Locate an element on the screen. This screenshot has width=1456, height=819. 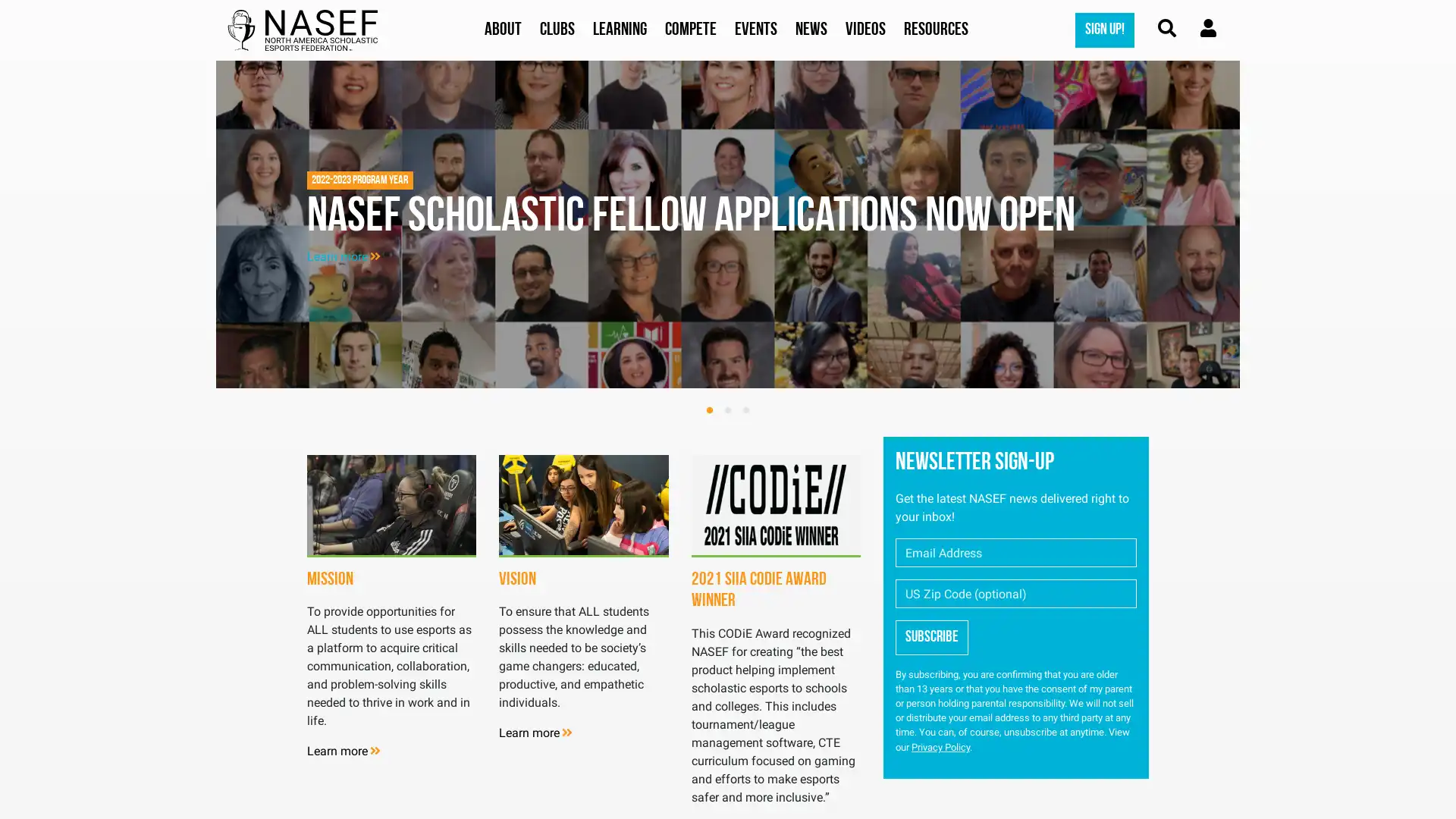
Subscribe is located at coordinates (930, 637).